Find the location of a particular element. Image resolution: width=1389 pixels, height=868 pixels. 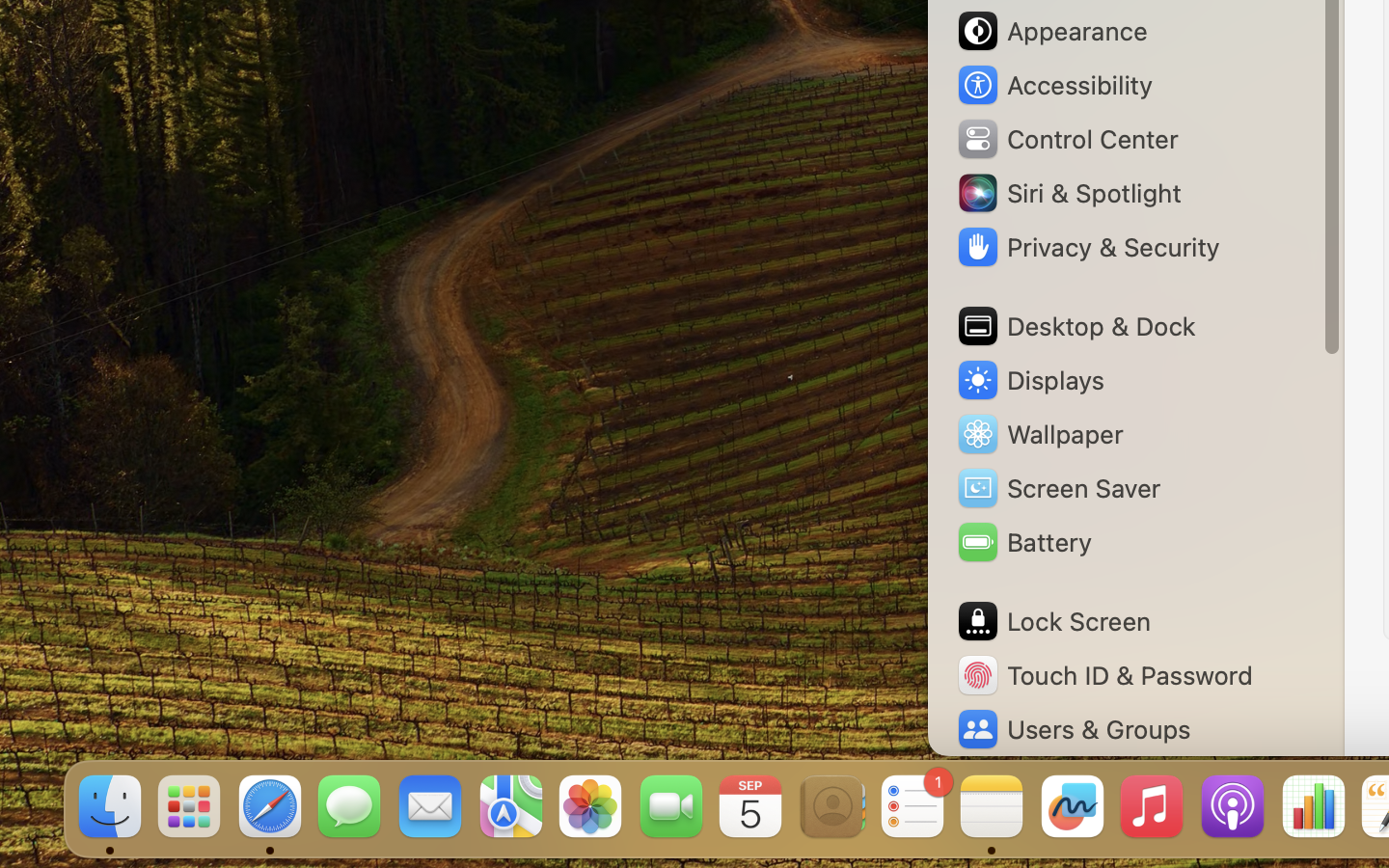

'Users & Groups' is located at coordinates (1071, 728).